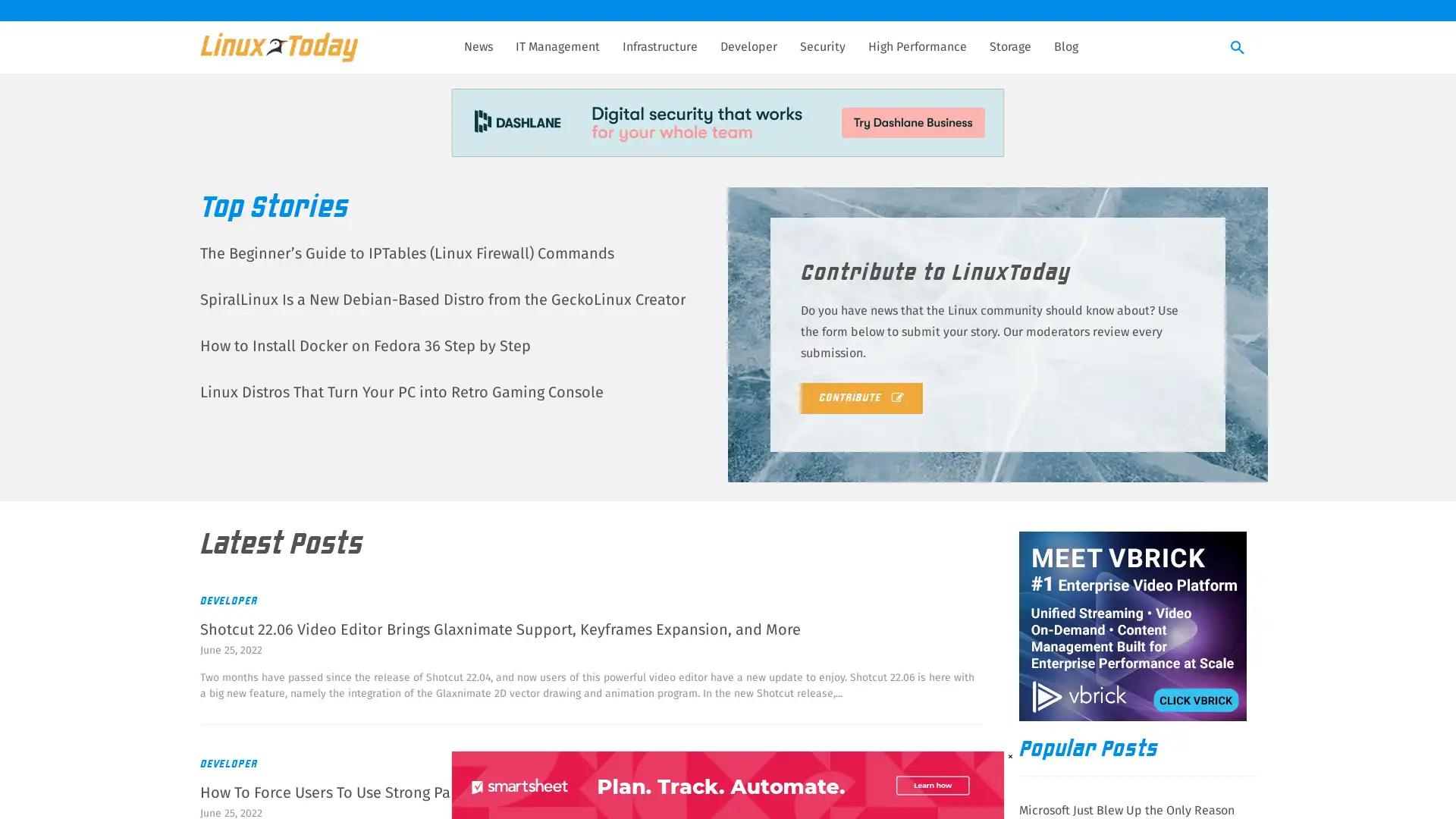 Image resolution: width=1456 pixels, height=819 pixels. Describe the element at coordinates (1238, 48) in the screenshot. I see `Search` at that location.